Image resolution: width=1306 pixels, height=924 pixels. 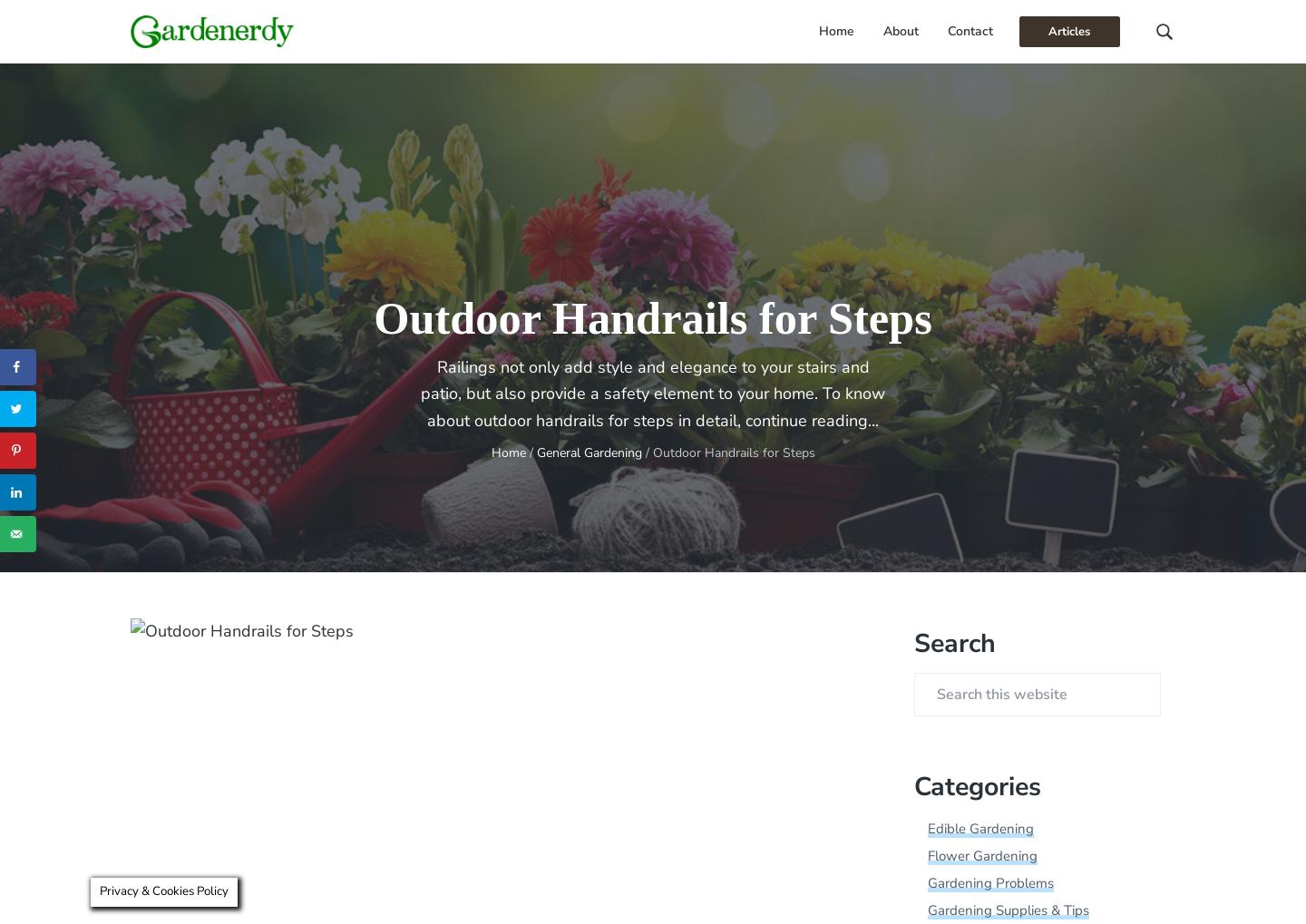 What do you see at coordinates (1007, 910) in the screenshot?
I see `'Gardening Supplies & Tips'` at bounding box center [1007, 910].